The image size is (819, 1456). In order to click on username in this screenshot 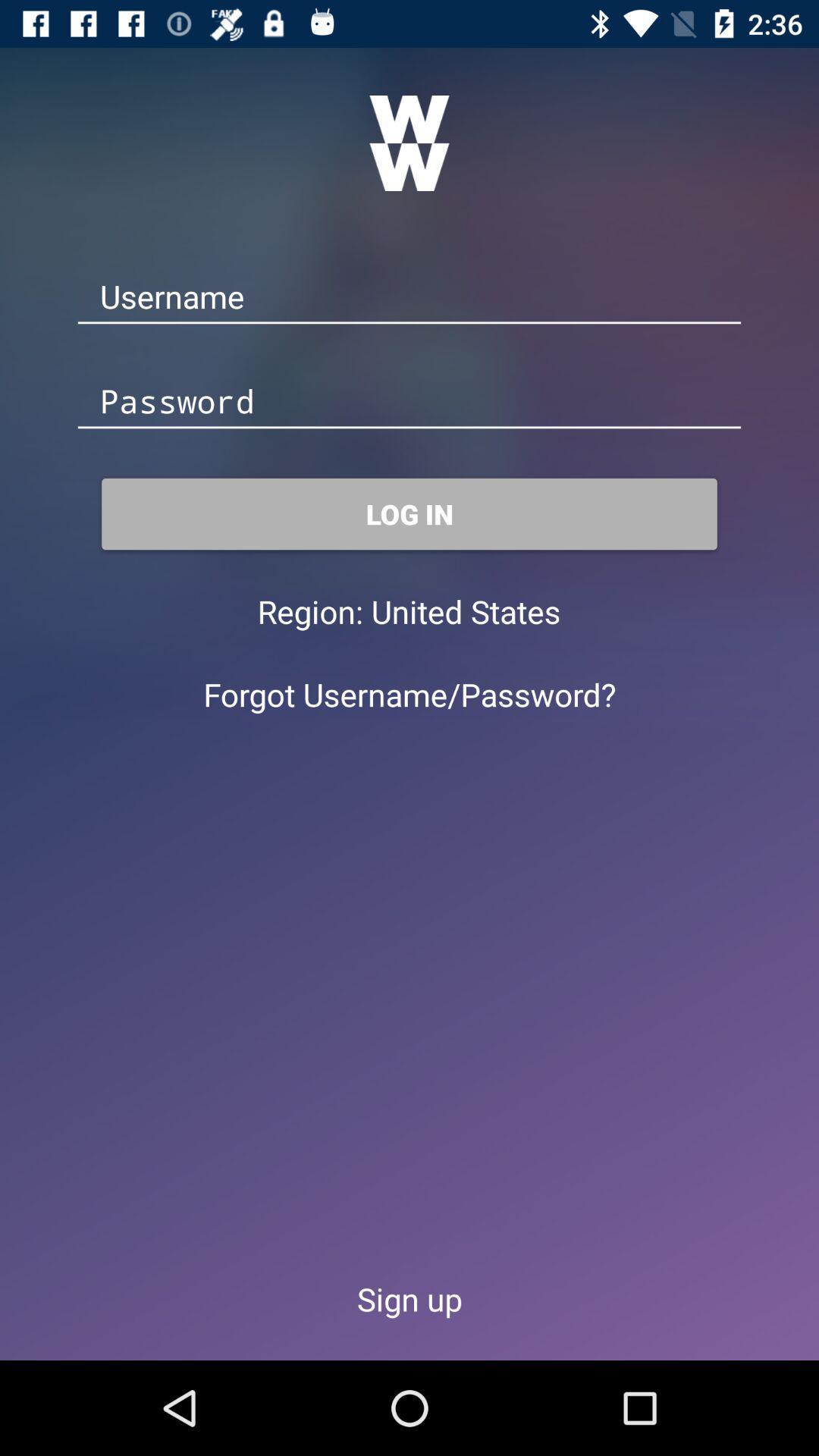, I will do `click(409, 298)`.